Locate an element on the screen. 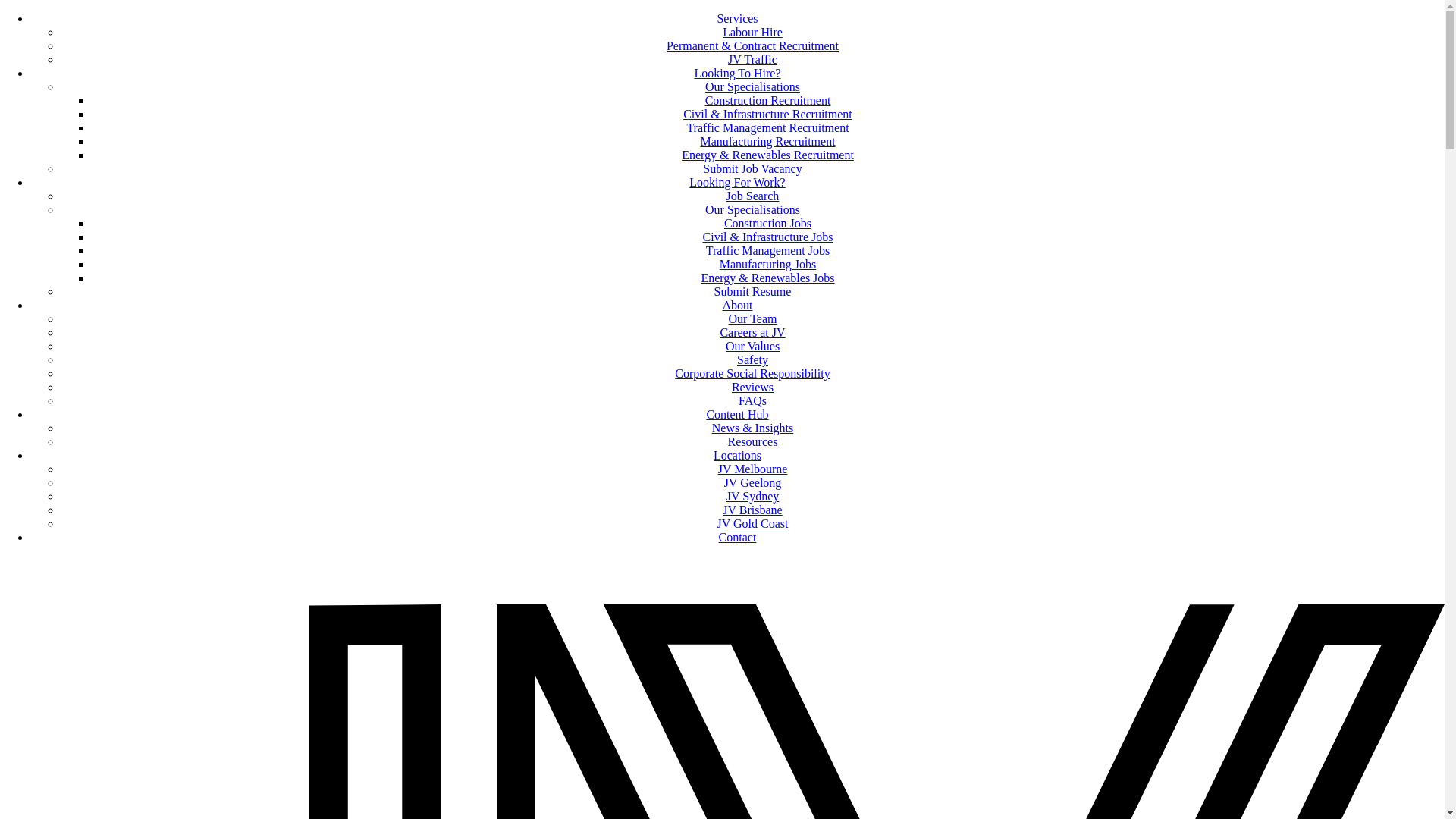 This screenshot has width=1456, height=819. 'Civil & Infrastructure Recruitment' is located at coordinates (767, 113).